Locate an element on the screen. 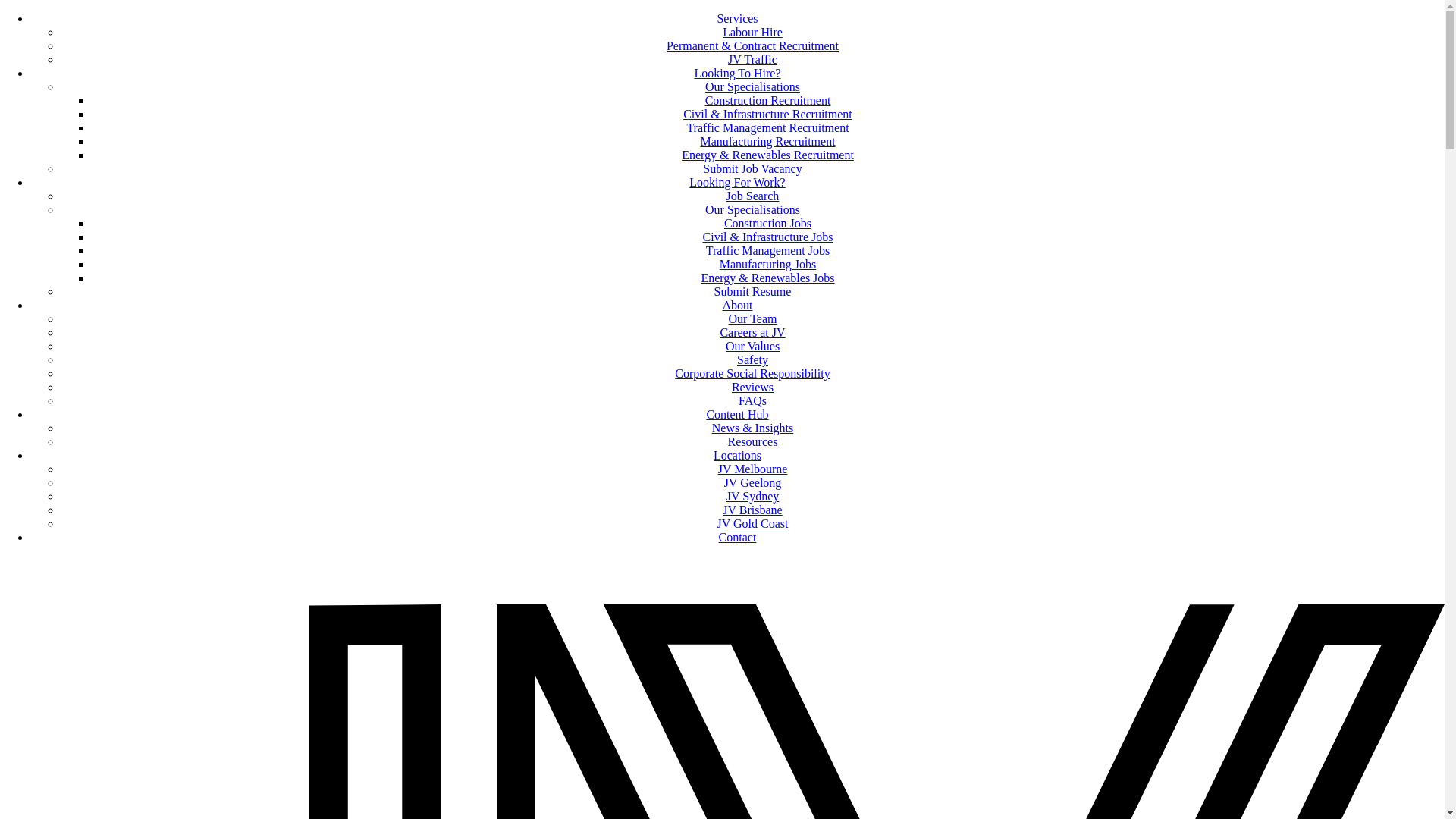 This screenshot has width=1456, height=819. 'Civil & Infrastructure Recruitment' is located at coordinates (767, 113).